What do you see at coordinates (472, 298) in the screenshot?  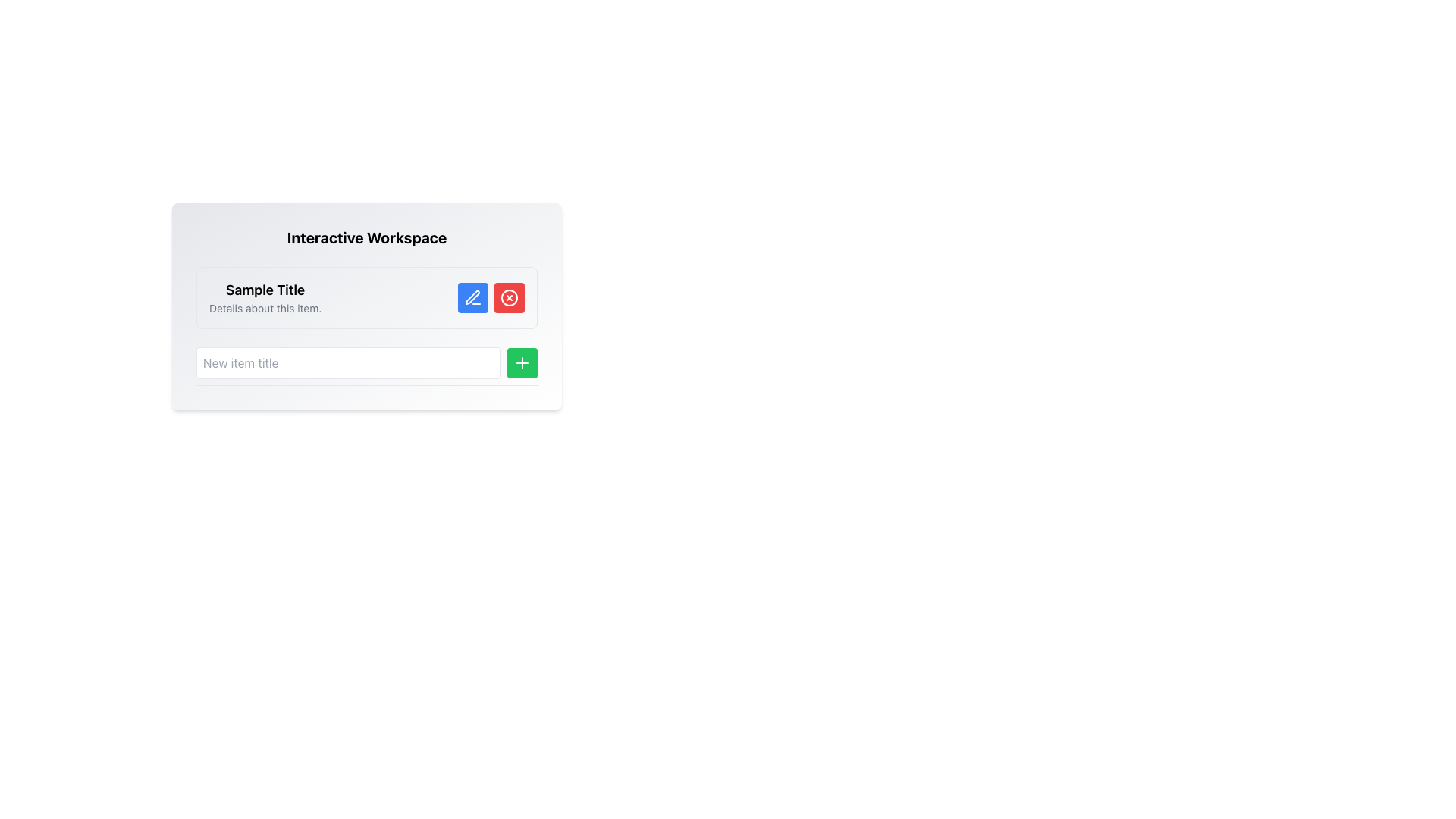 I see `the edit button located to the right of the 'Sample Title'` at bounding box center [472, 298].